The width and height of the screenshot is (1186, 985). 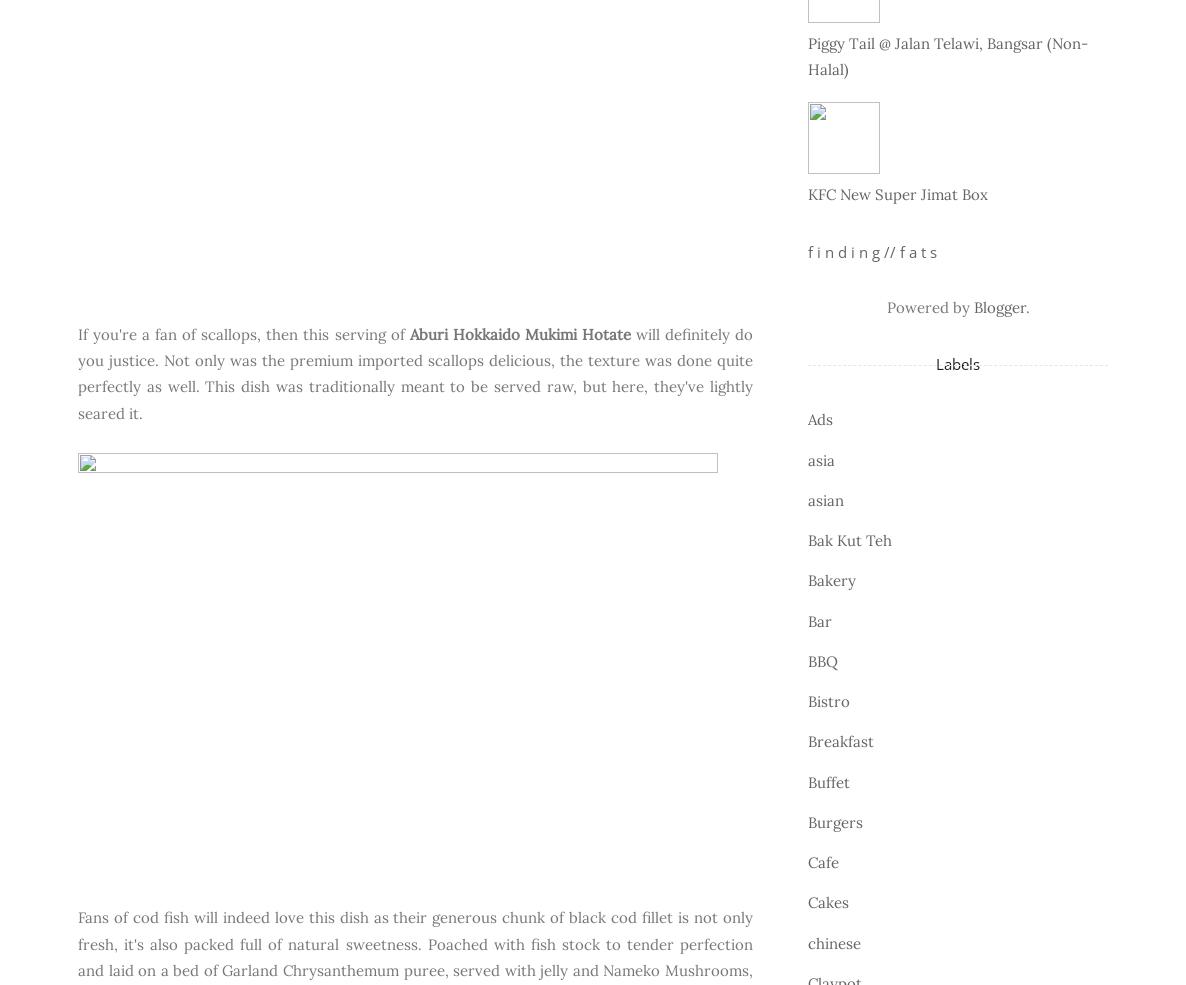 I want to click on 'Piggy Tail @ Jalan Telawi, Bangsar (Non-Halal)', so click(x=947, y=55).